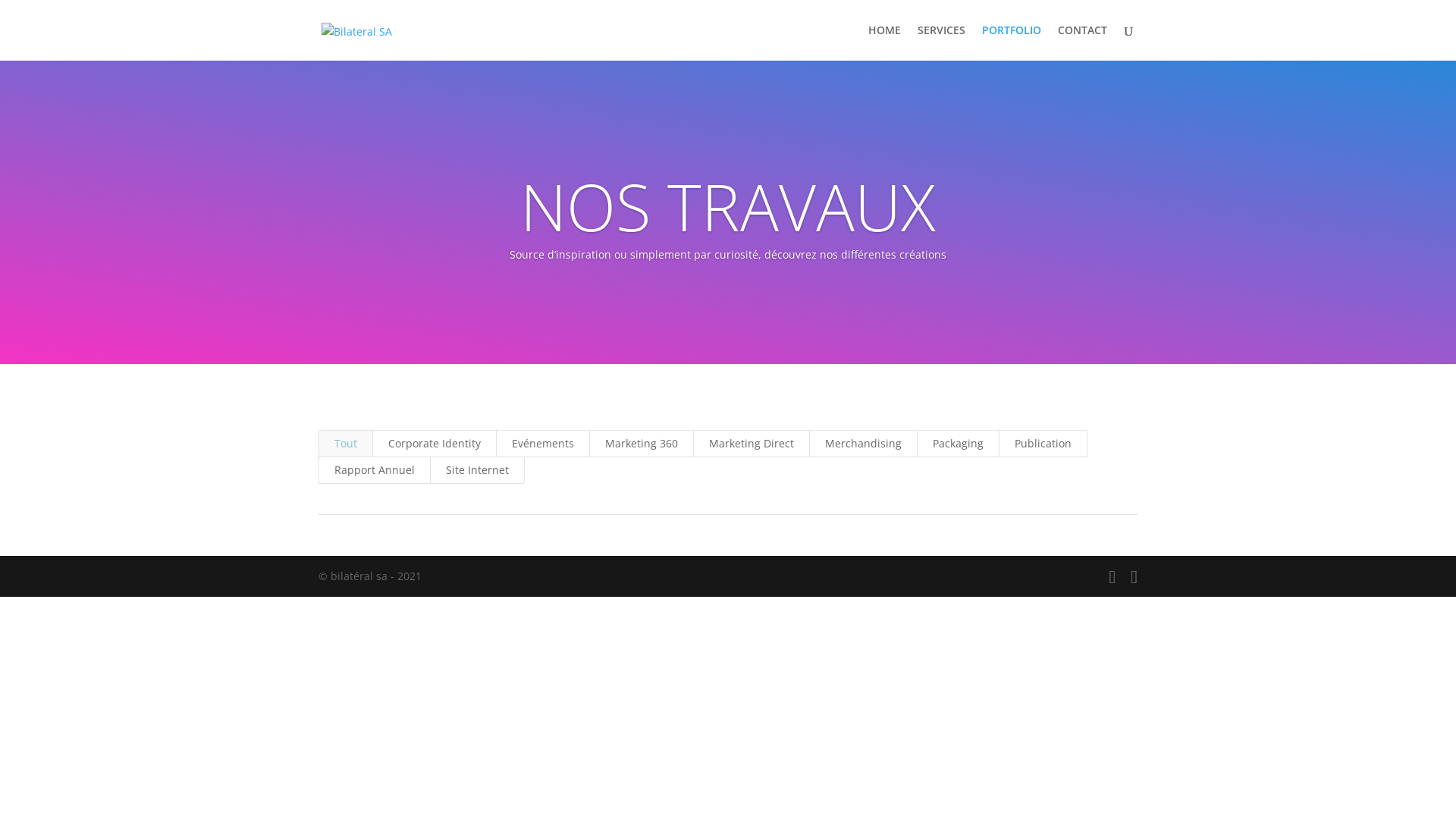  What do you see at coordinates (345, 444) in the screenshot?
I see `'Tout'` at bounding box center [345, 444].